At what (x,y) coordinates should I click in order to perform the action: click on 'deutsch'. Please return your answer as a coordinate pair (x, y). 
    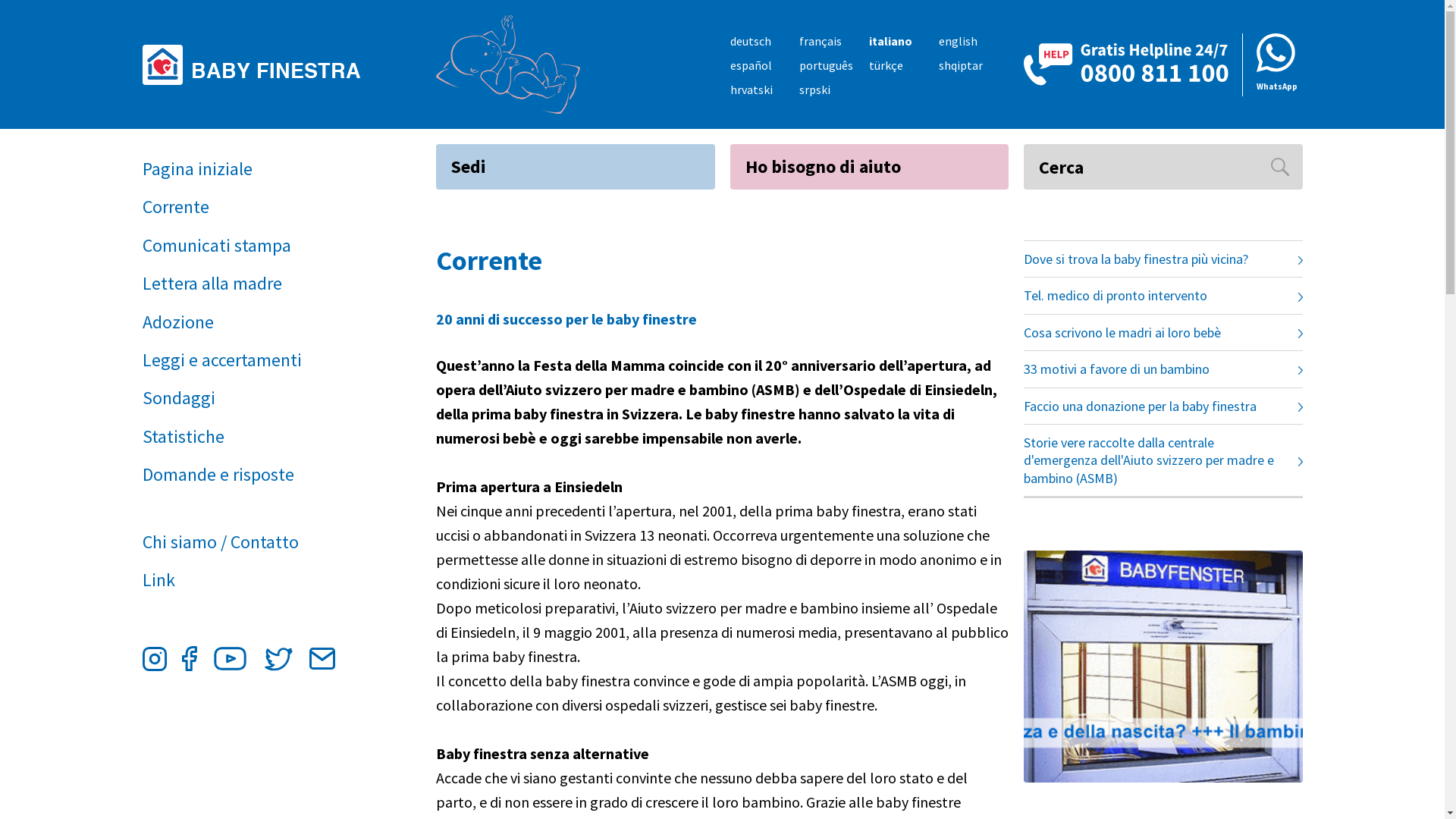
    Looking at the image, I should click on (749, 40).